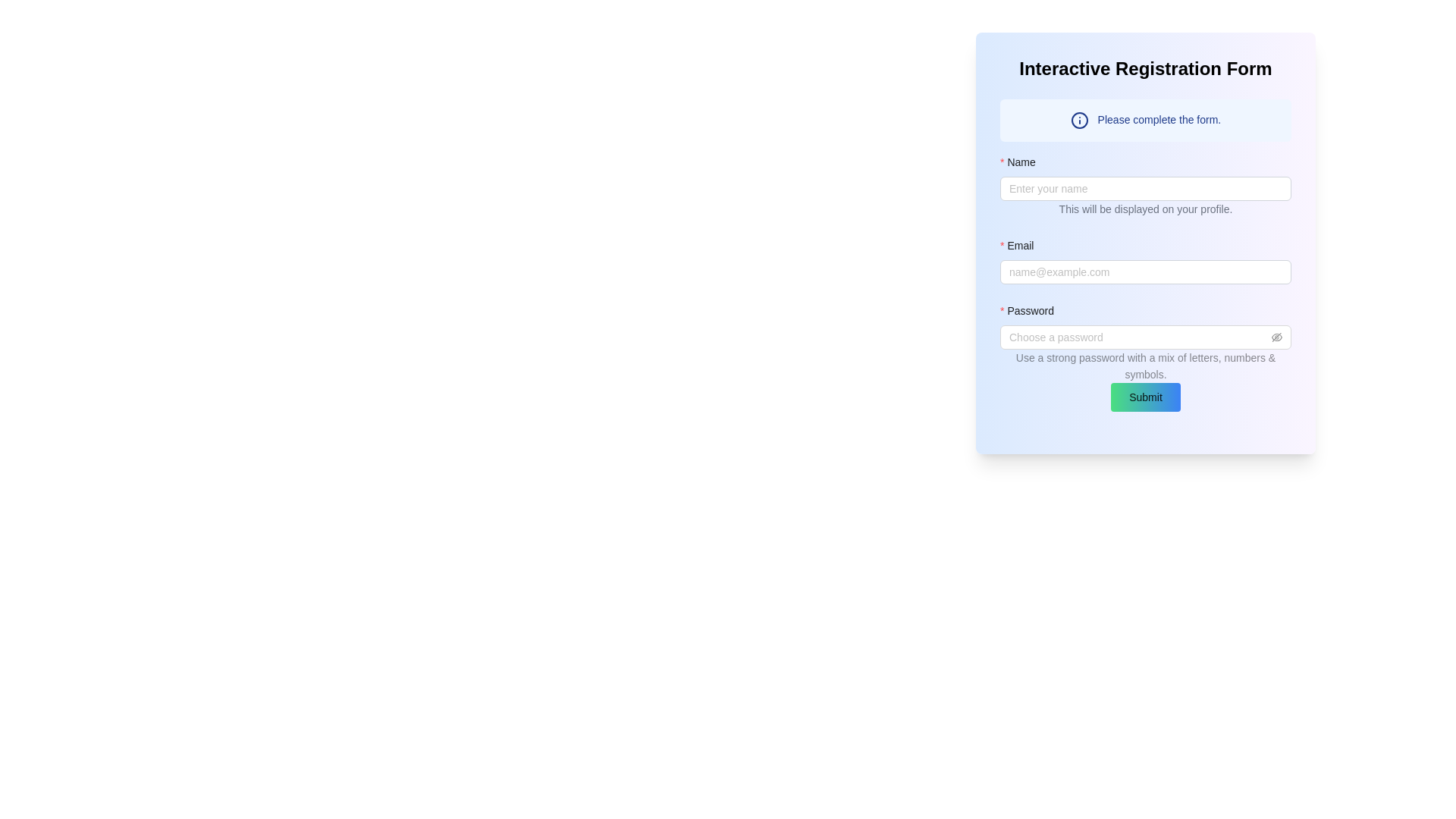  I want to click on the instructional text label located just below the 'Name' input field in the registration form, which explains that the entered name will appear on the user's profile, so click(1146, 210).